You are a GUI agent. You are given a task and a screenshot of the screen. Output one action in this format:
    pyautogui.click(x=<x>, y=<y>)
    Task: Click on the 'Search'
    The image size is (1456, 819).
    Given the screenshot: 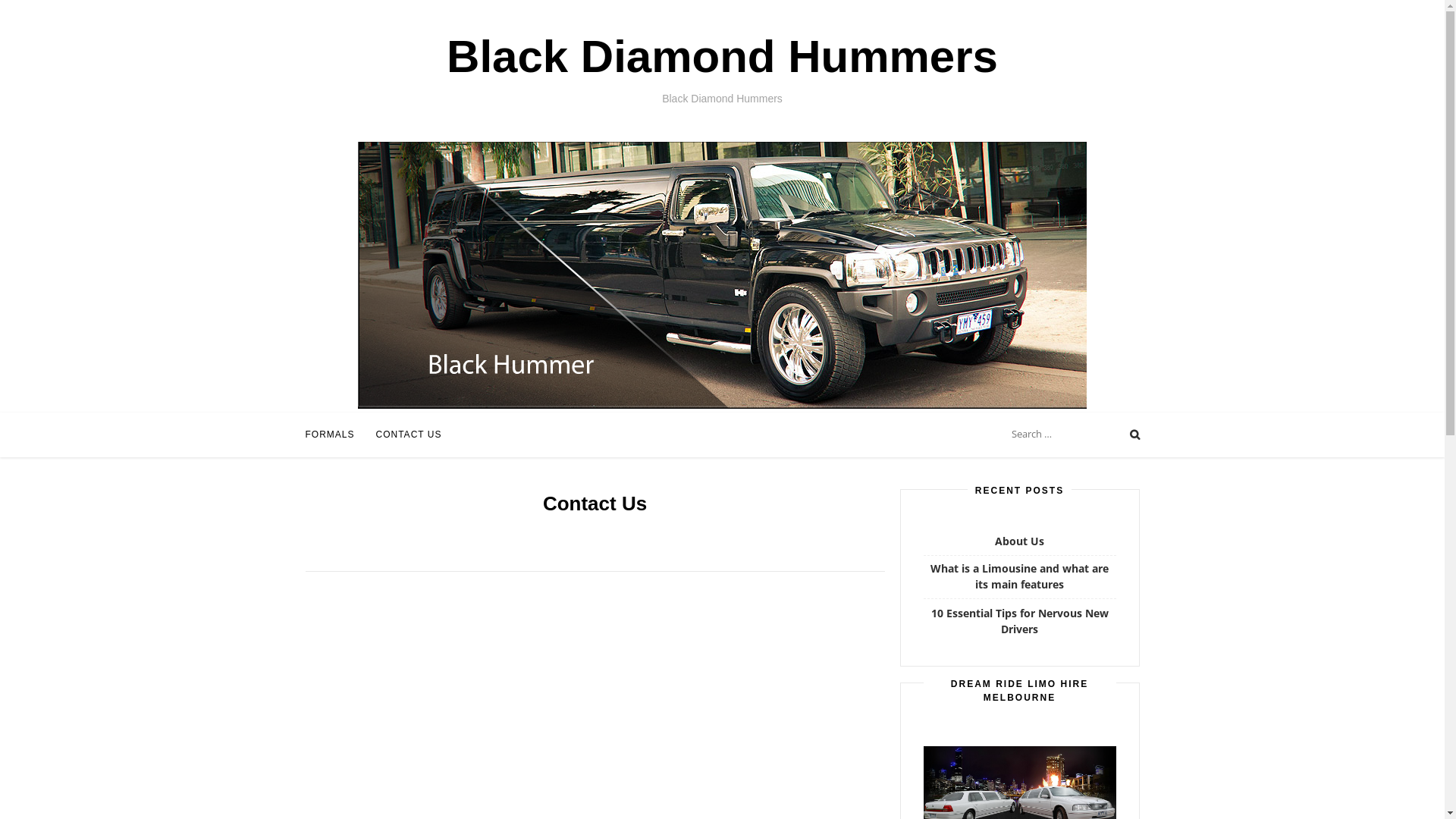 What is the action you would take?
    pyautogui.click(x=27, y=12)
    